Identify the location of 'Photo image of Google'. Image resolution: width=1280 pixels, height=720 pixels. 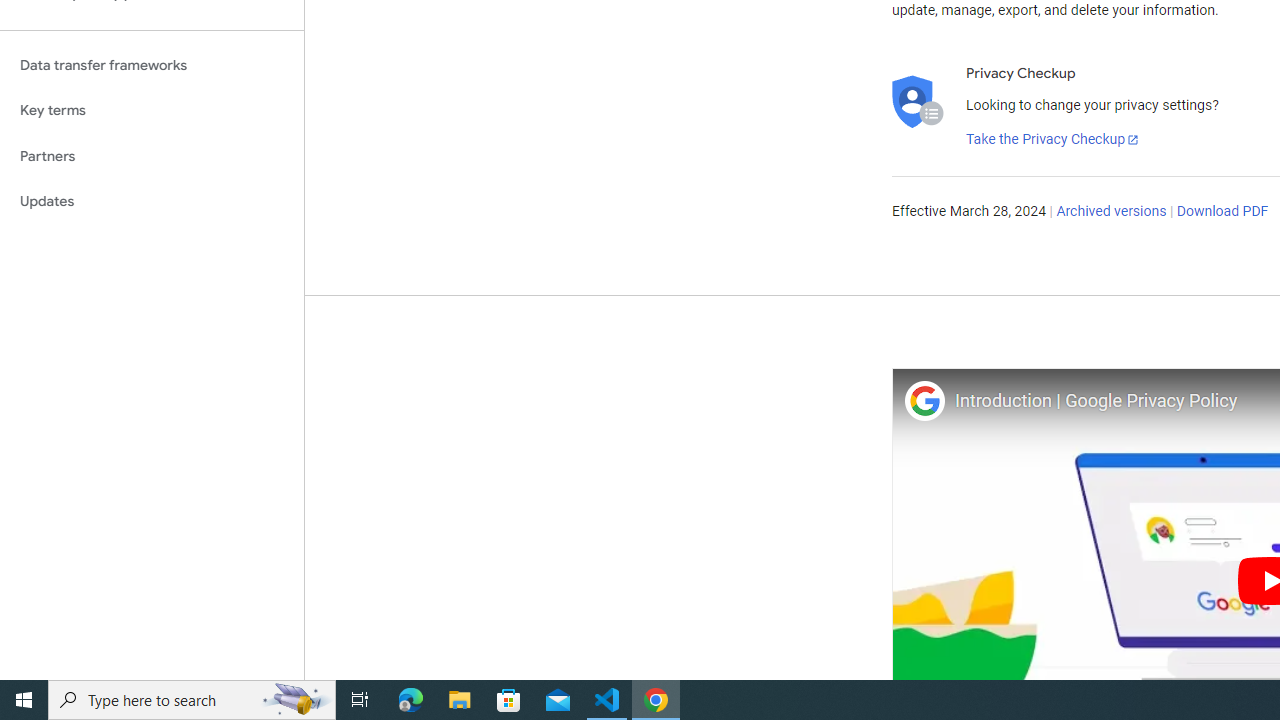
(923, 400).